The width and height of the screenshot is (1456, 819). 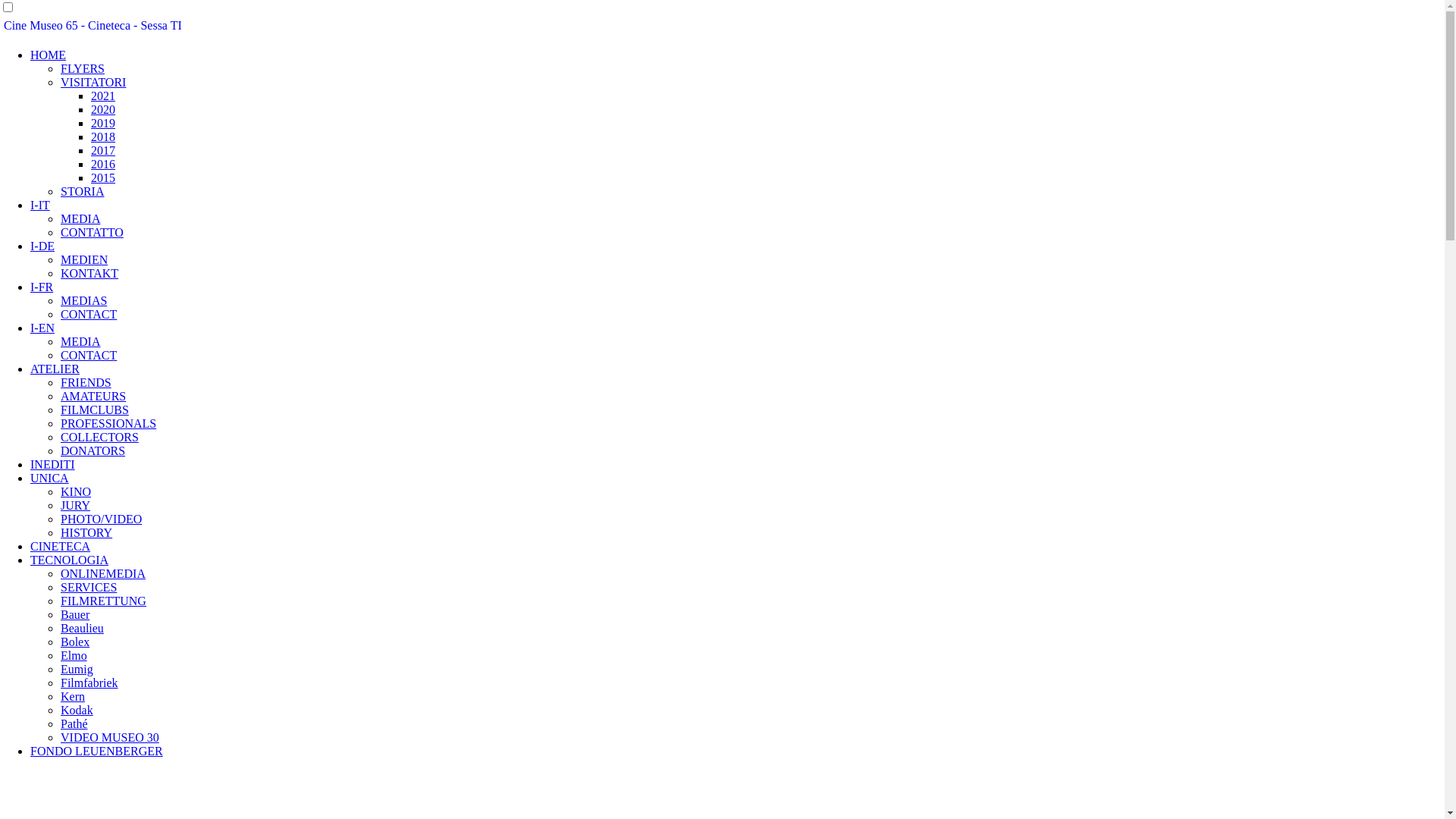 I want to click on 'JURY', so click(x=74, y=505).